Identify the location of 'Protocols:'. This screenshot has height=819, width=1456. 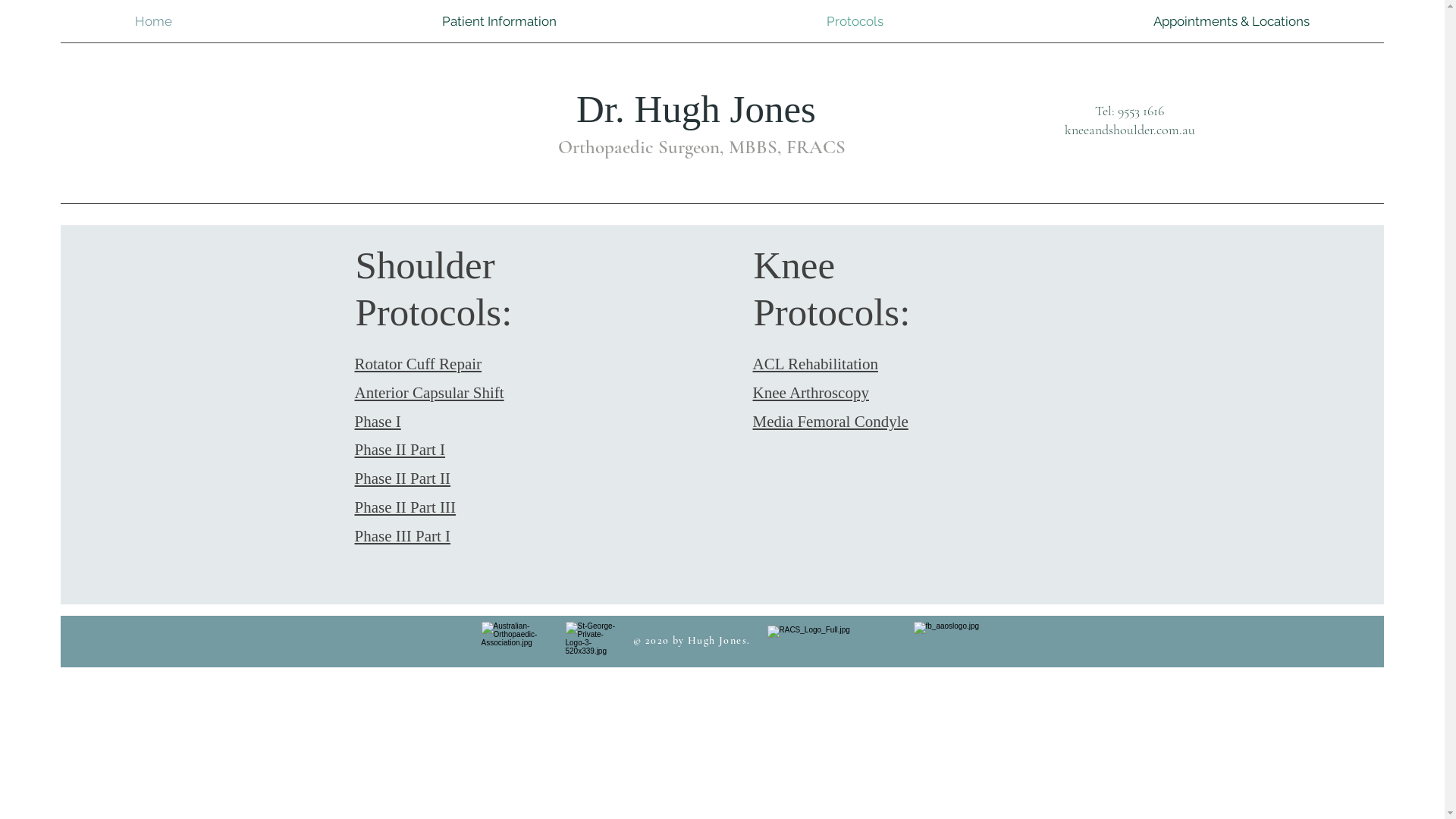
(753, 312).